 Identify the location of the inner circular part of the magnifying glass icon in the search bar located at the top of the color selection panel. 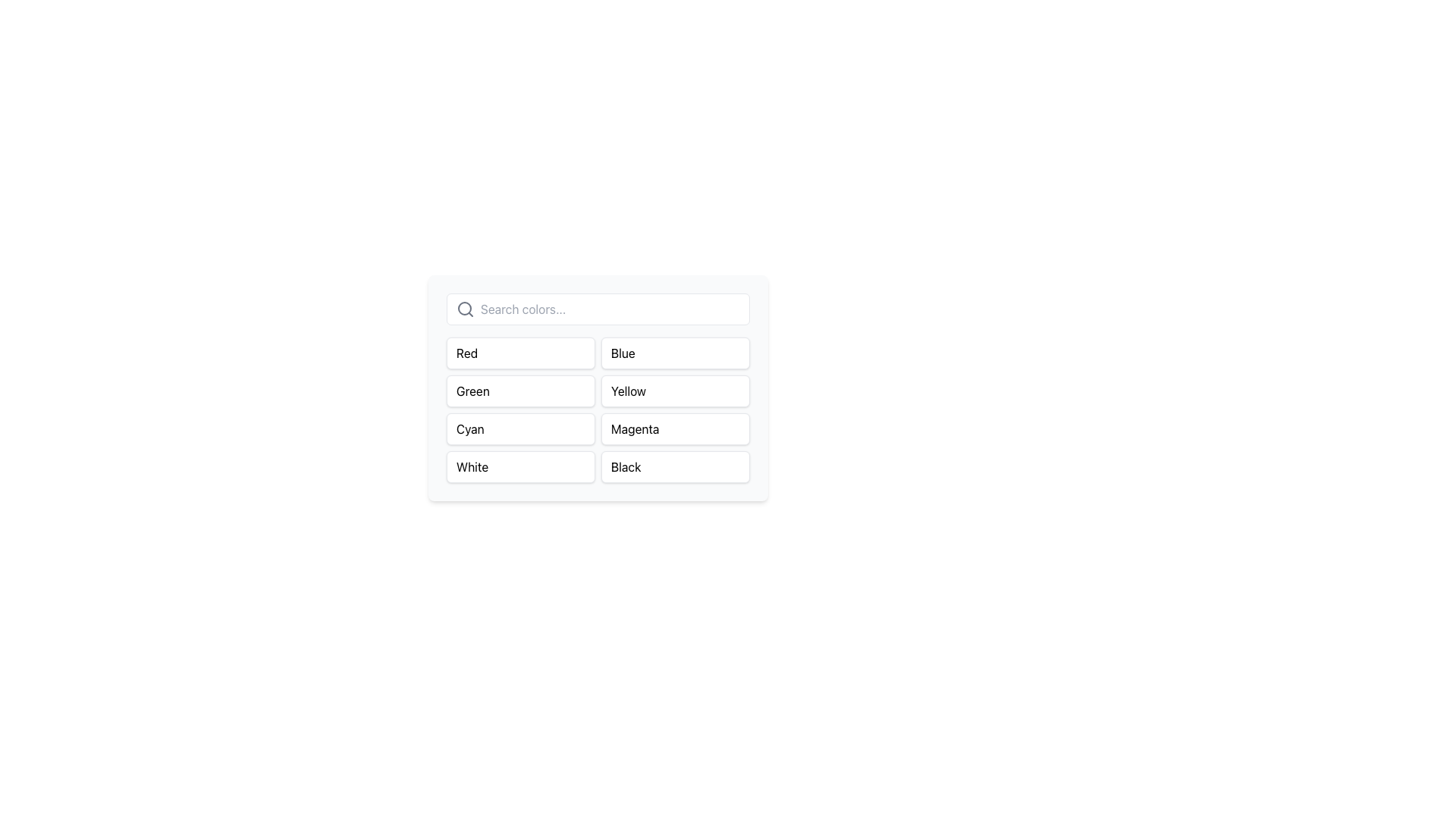
(464, 308).